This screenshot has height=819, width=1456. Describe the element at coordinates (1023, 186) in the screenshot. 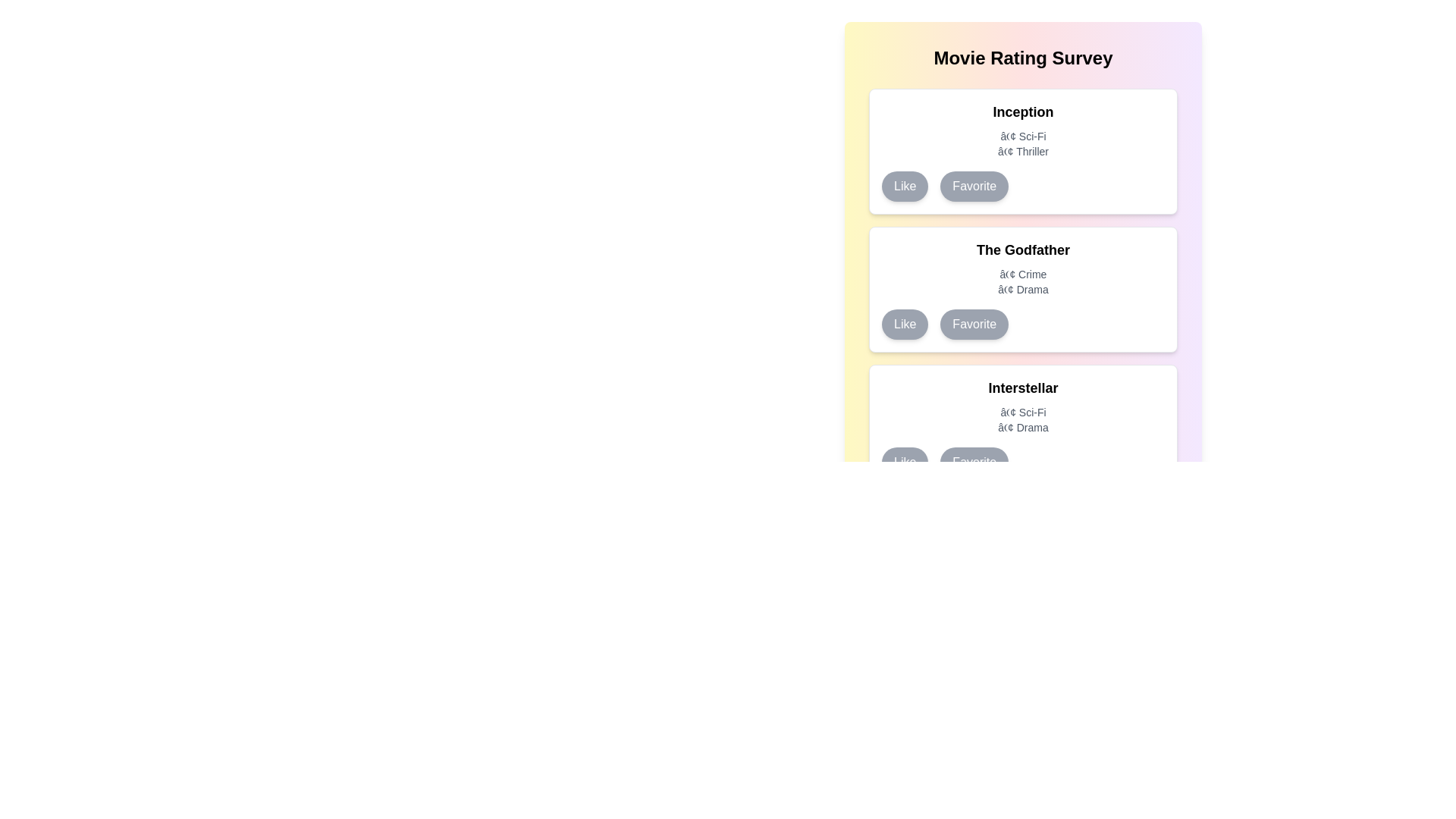

I see `the 'Favorite' button located within the group of buttons beneath the 'Inception' movie title and genre information` at that location.